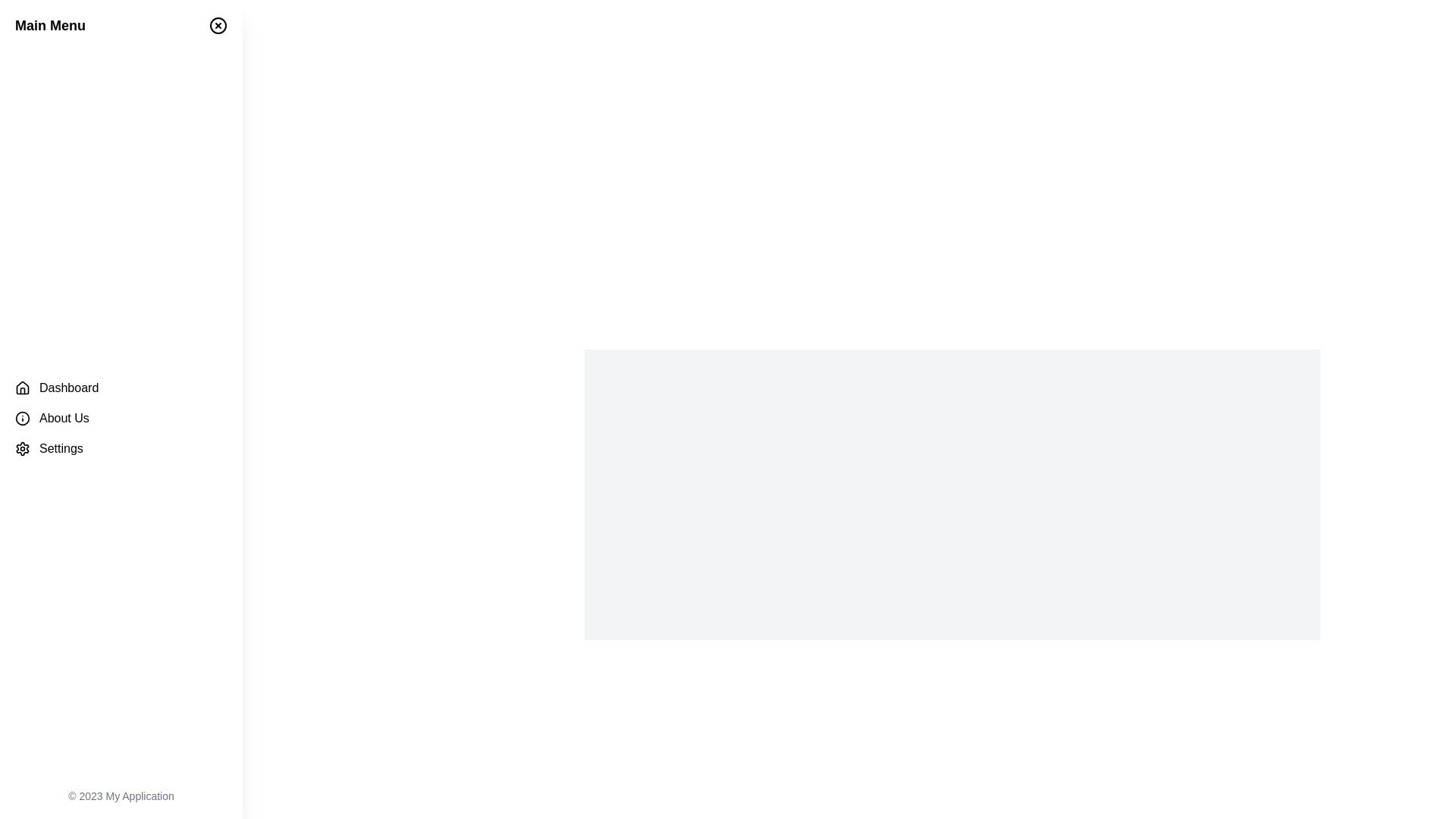  What do you see at coordinates (120, 447) in the screenshot?
I see `the 'Settings' menu item` at bounding box center [120, 447].